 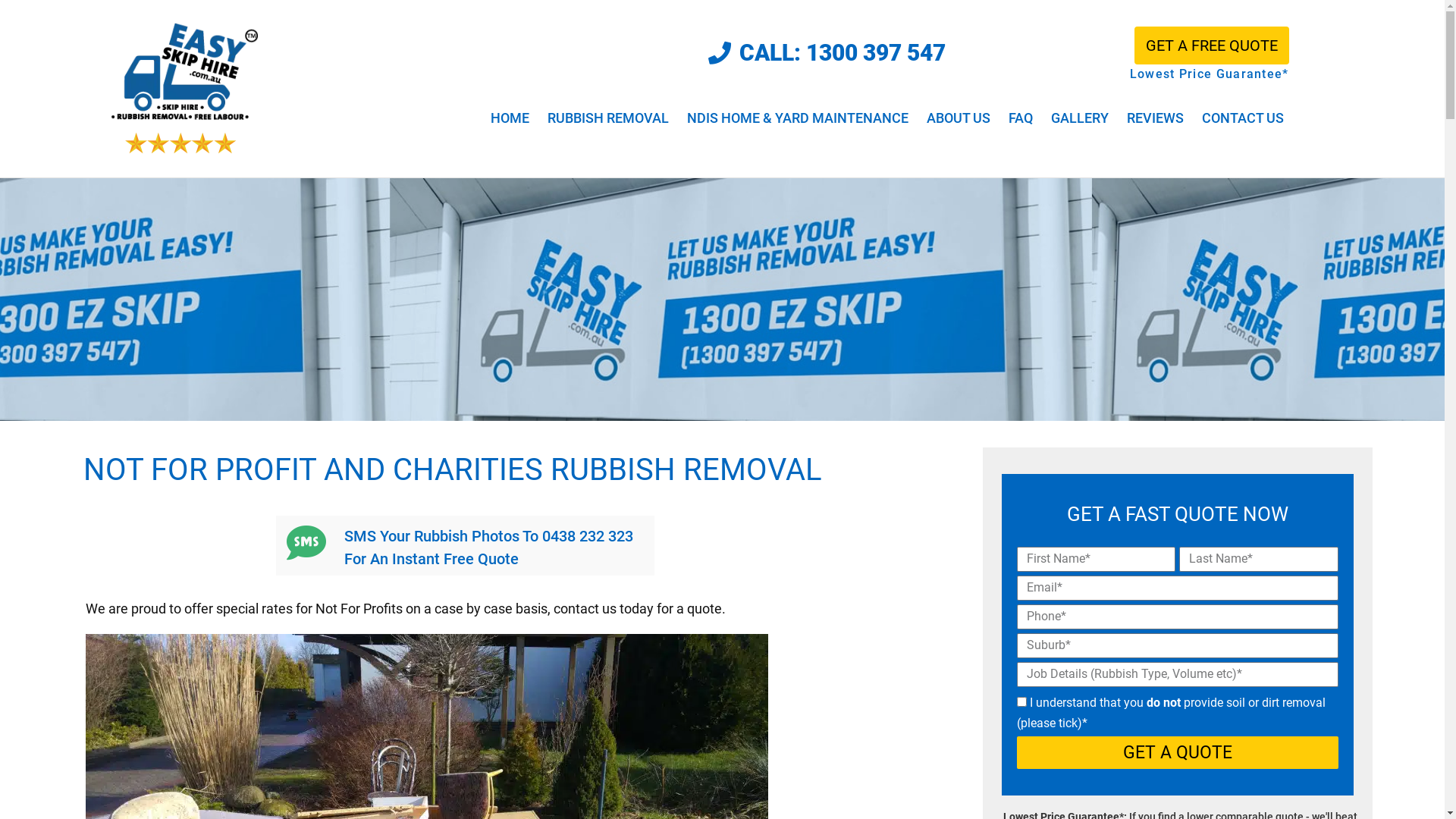 I want to click on 'CONTACT US', so click(x=1242, y=117).